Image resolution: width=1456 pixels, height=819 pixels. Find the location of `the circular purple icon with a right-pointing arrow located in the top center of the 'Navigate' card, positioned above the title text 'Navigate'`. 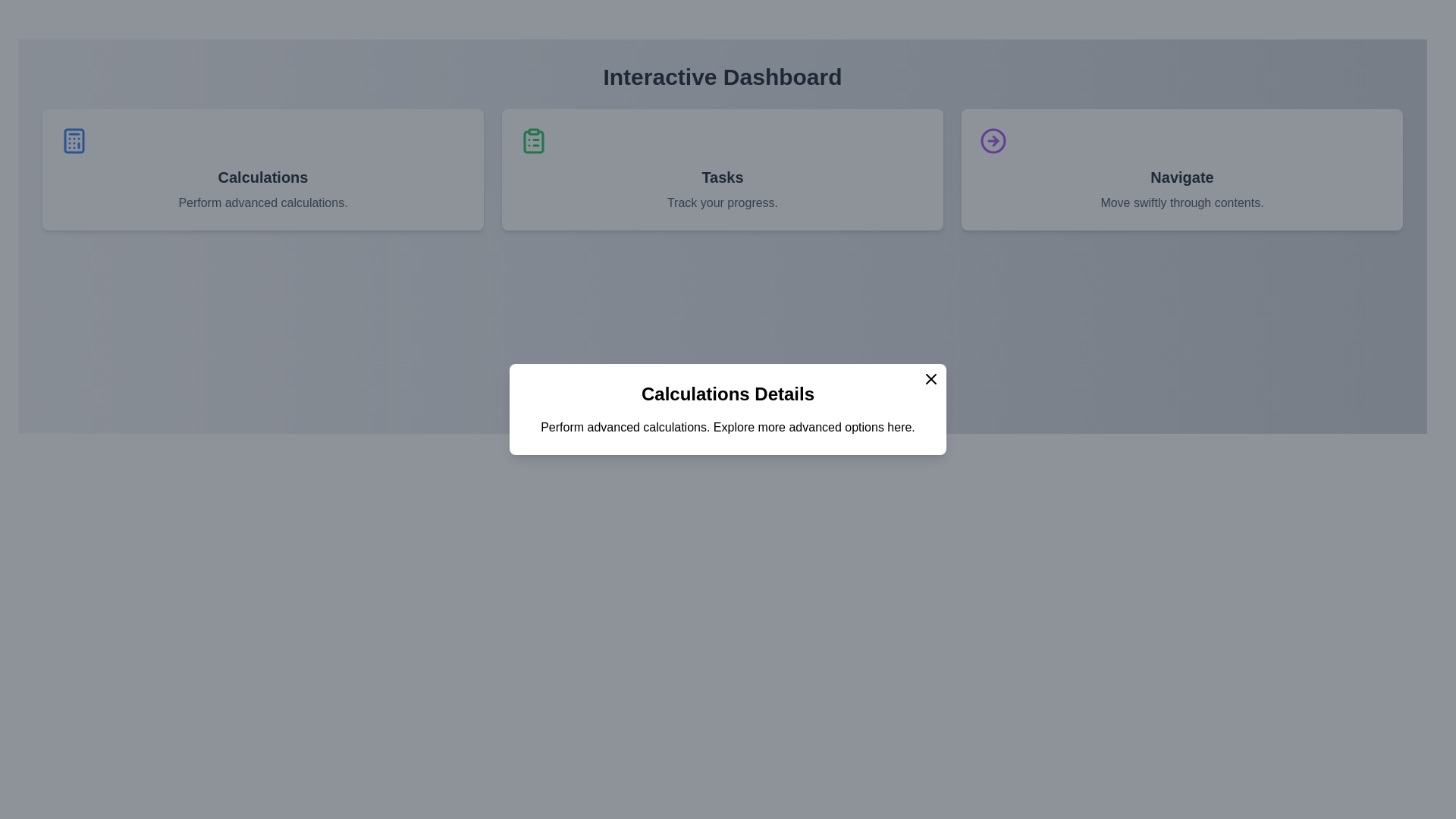

the circular purple icon with a right-pointing arrow located in the top center of the 'Navigate' card, positioned above the title text 'Navigate' is located at coordinates (993, 140).